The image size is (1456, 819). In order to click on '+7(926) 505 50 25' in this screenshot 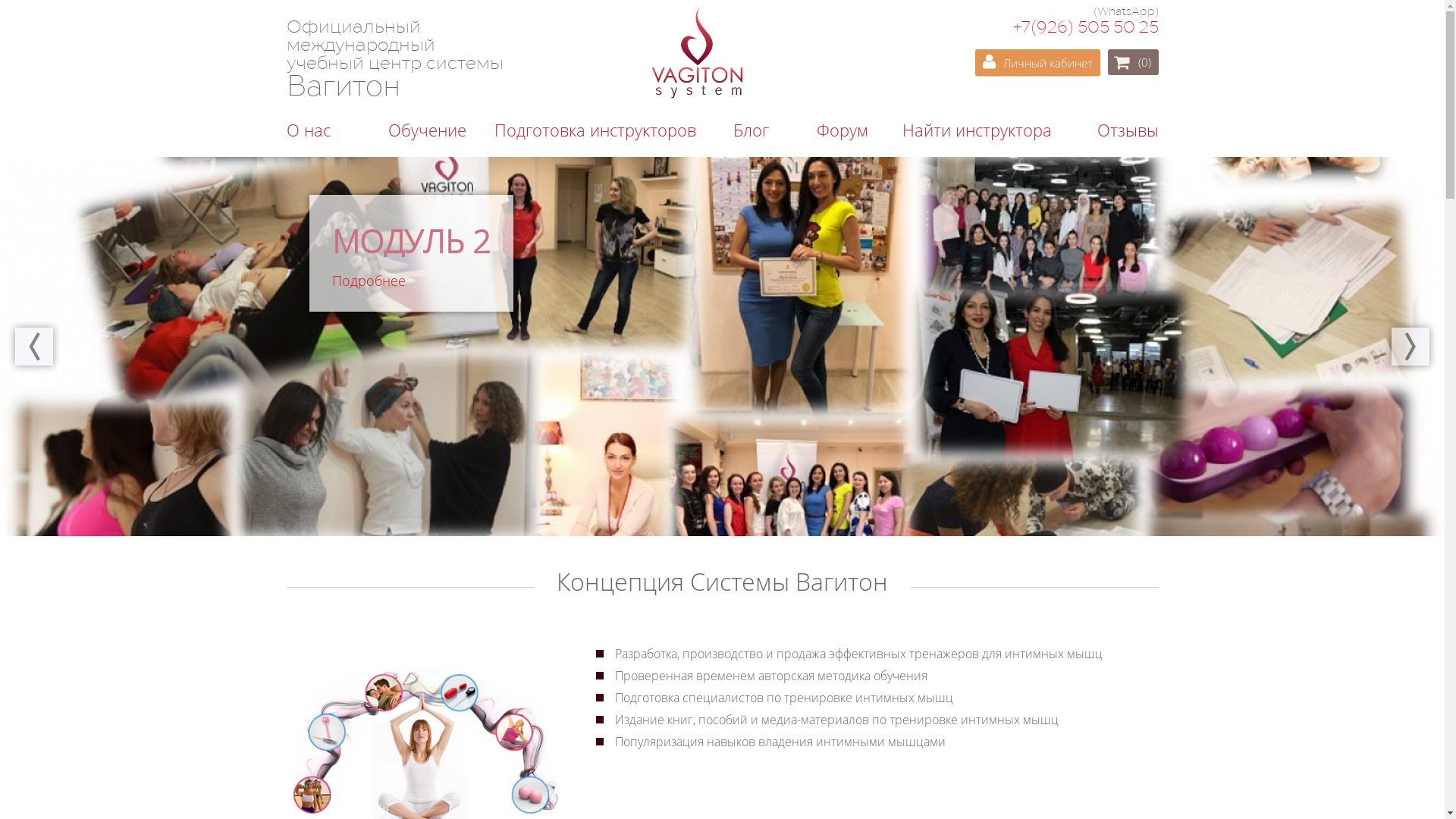, I will do `click(1084, 28)`.